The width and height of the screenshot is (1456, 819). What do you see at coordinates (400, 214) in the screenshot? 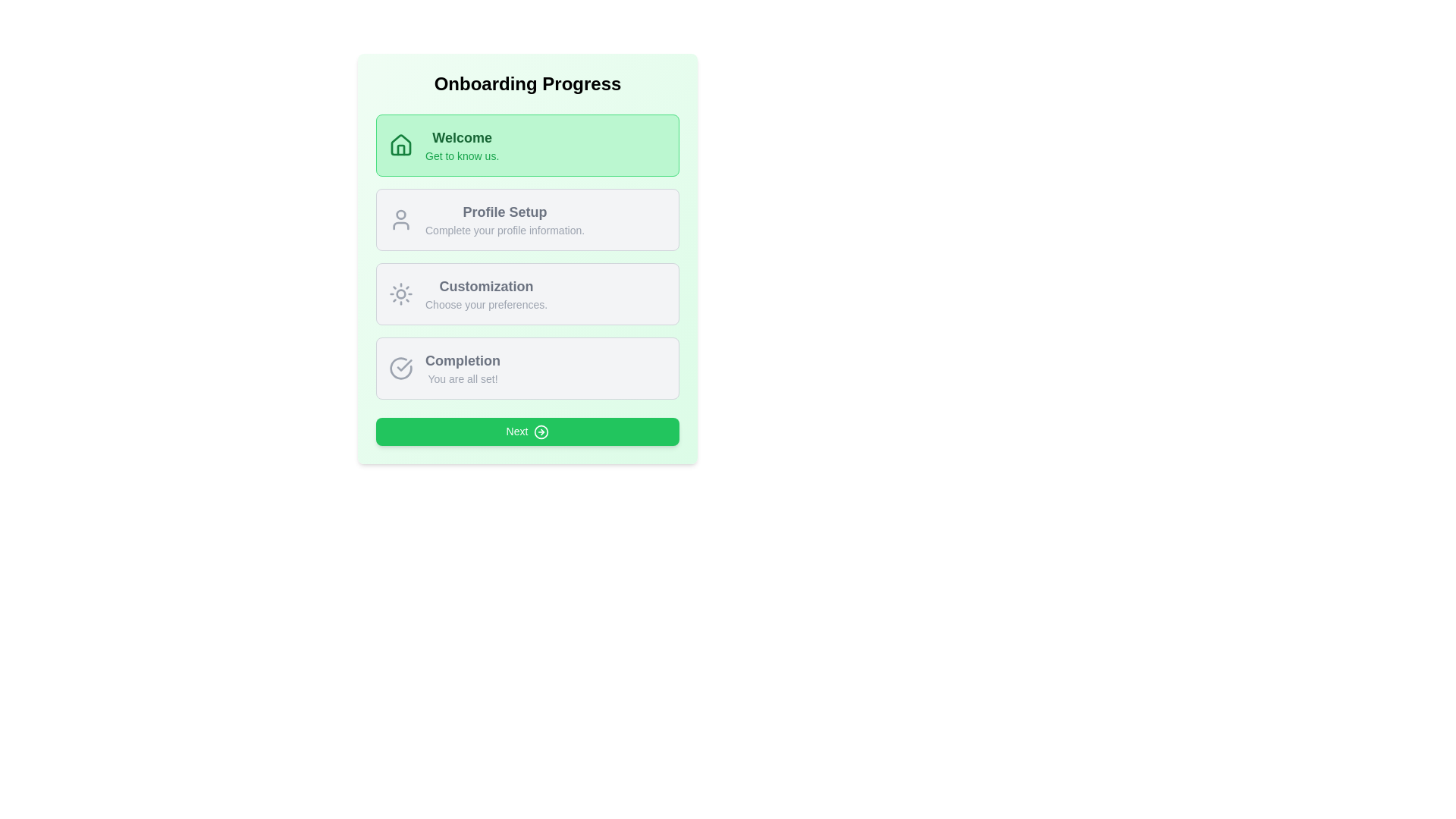
I see `the Circle SVG shape representing the head of the user in the user icon, typically used in profile-related contexts` at bounding box center [400, 214].